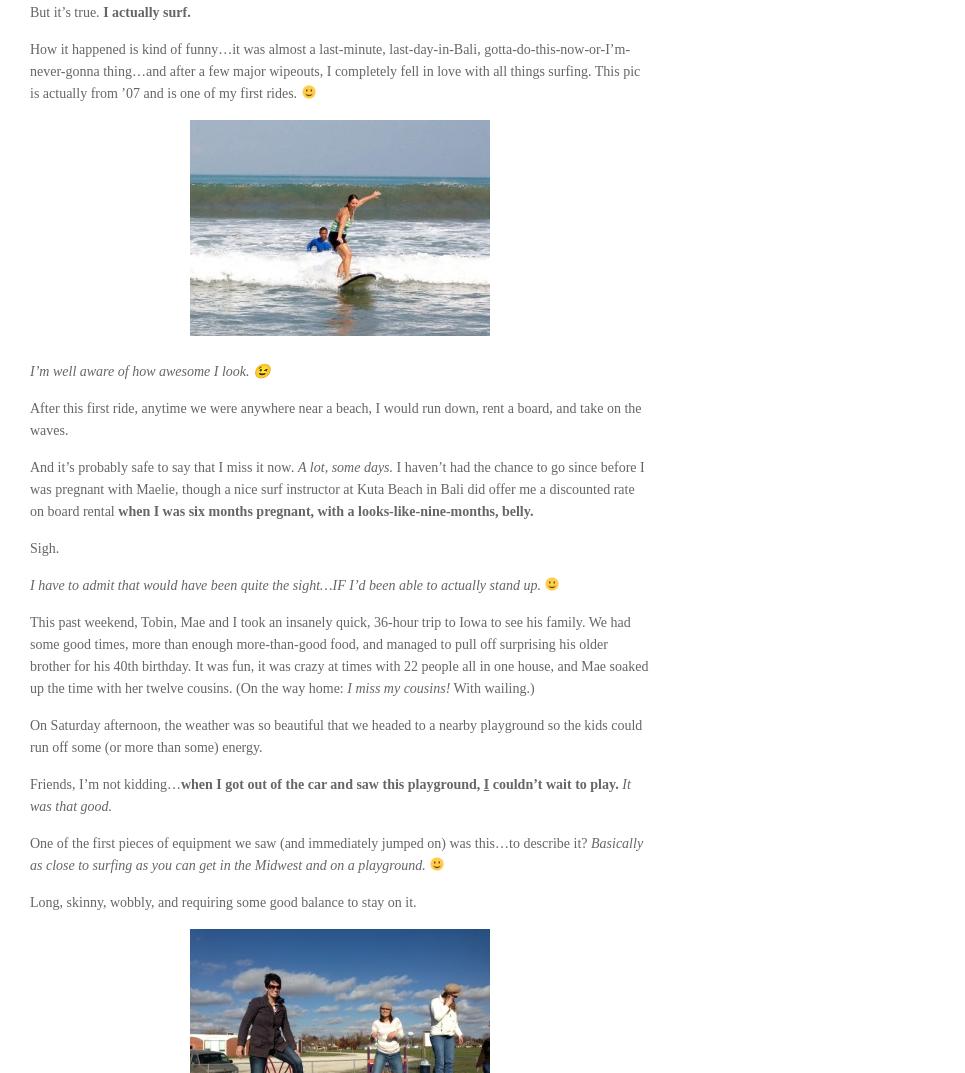 The image size is (965, 1073). I want to click on 'This past weekend, Tobin, Mae and I took an insanely quick, 36-hour trip to Iowa to see his family. We had some good times, more than enough more-than-good food, and managed to pull off surprising his older brother for his 40th birthday. It was fun, it was crazy at times with 22 people all in one house, and Mae soaked up the time with her twelve cousins. (On the way home:', so click(29, 654).